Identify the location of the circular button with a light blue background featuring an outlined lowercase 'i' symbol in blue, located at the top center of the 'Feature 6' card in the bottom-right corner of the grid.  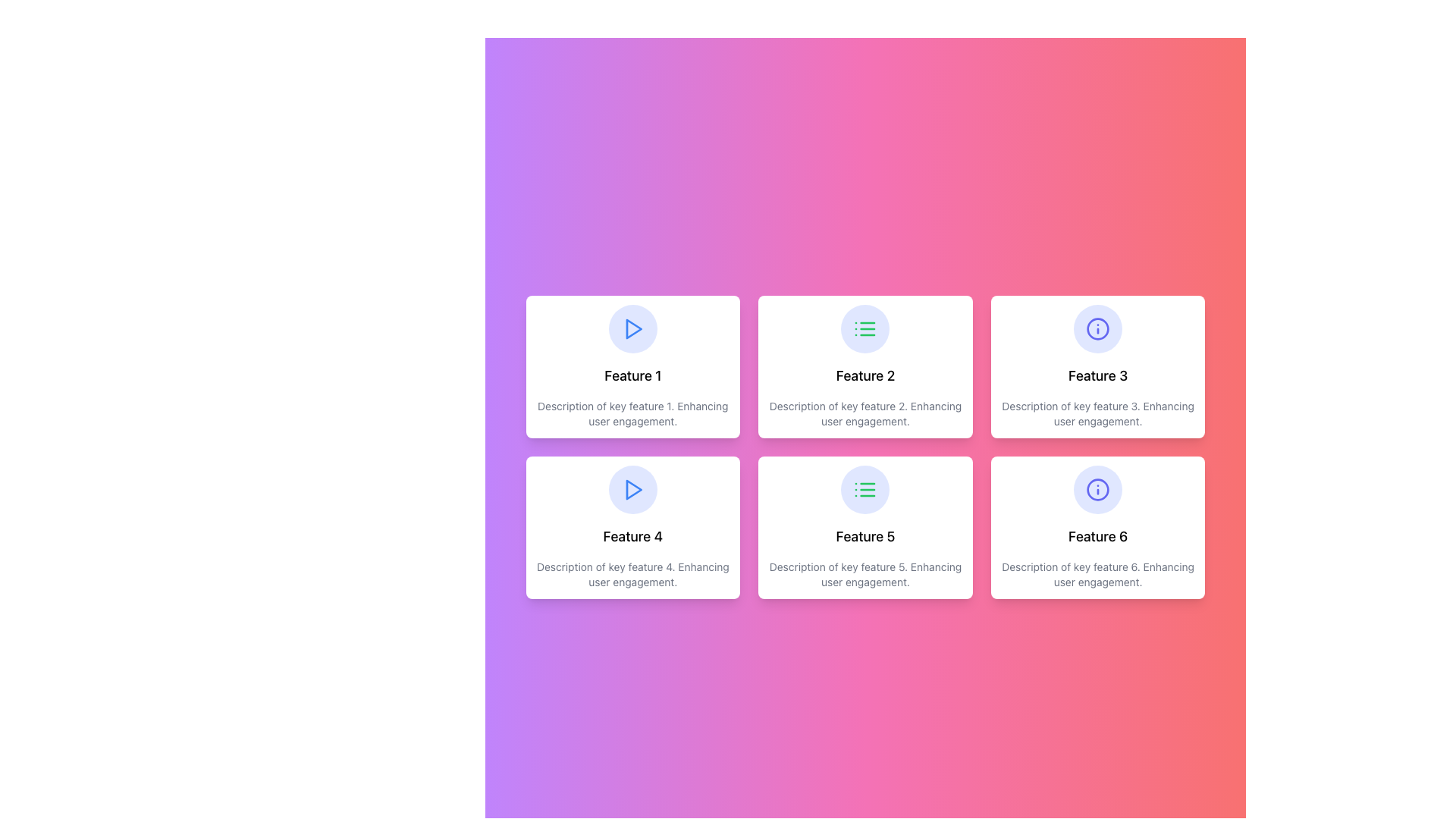
(1098, 489).